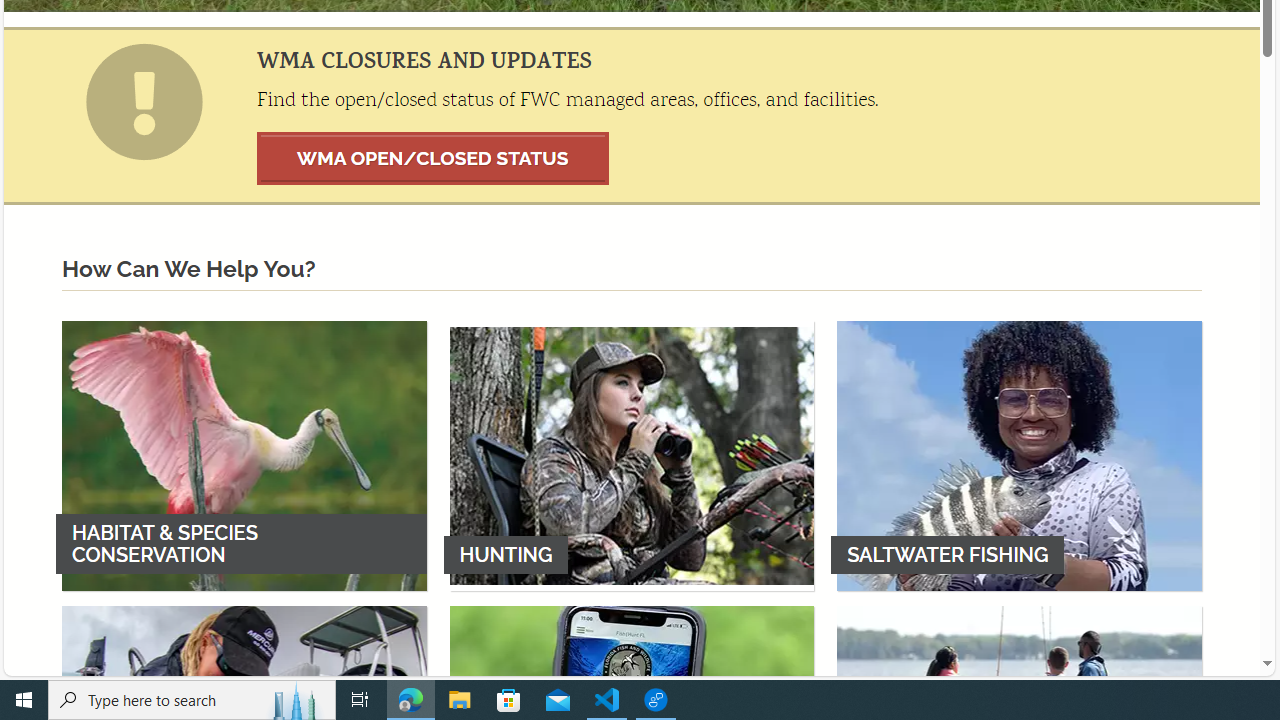  I want to click on 'HUNTING', so click(631, 455).